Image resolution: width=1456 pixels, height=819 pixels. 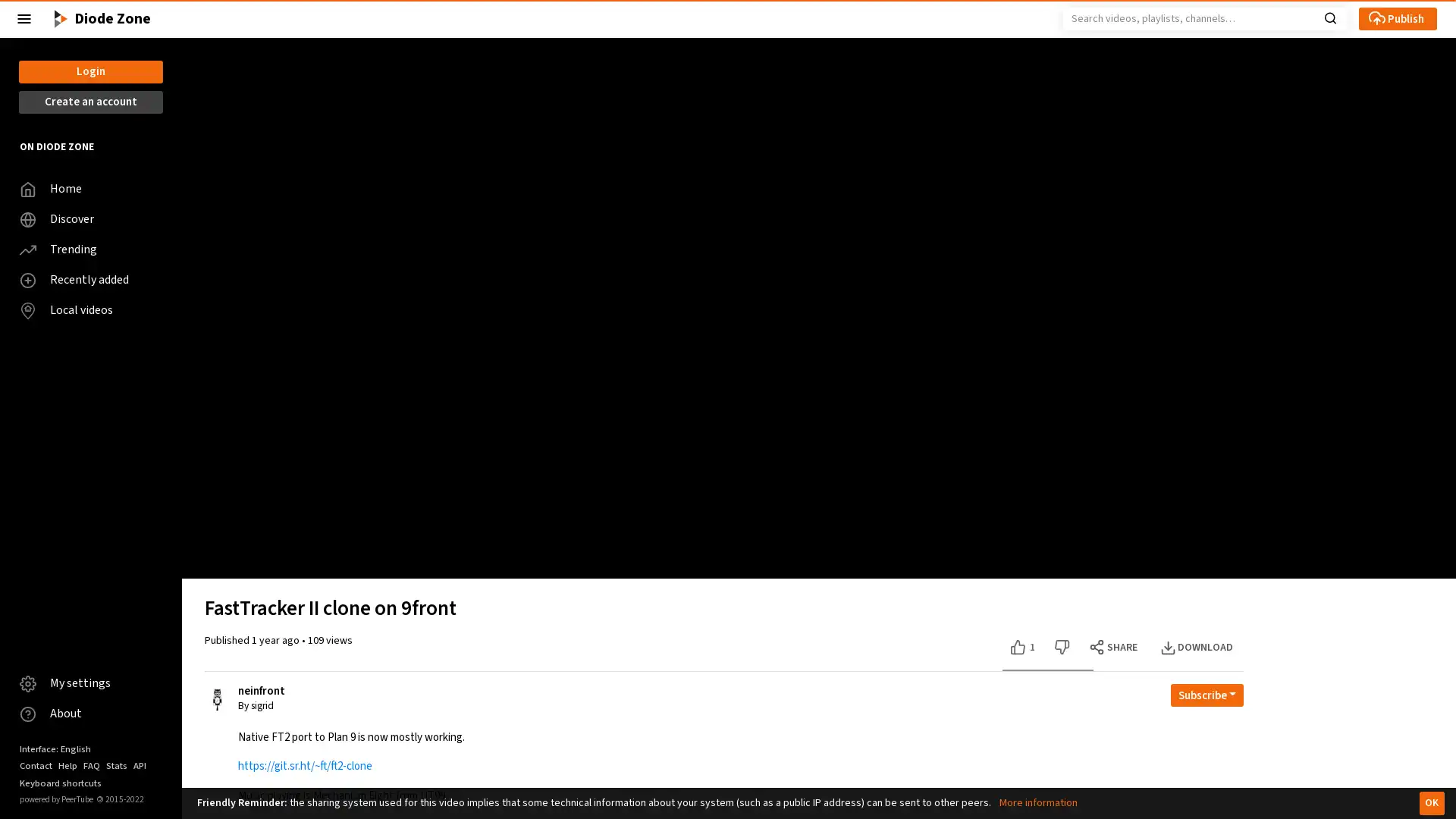 What do you see at coordinates (1114, 647) in the screenshot?
I see `SHARE` at bounding box center [1114, 647].